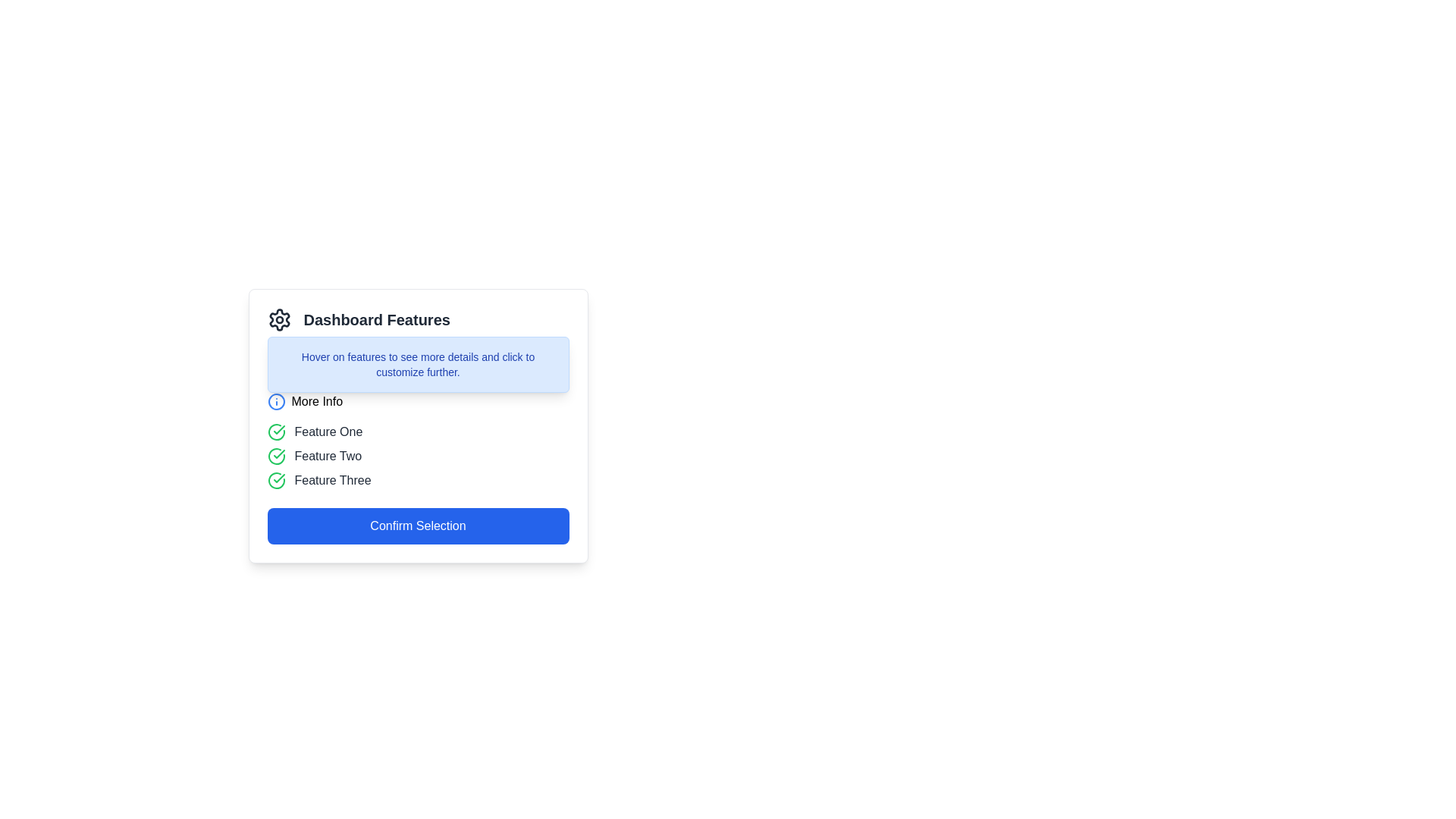 Image resolution: width=1456 pixels, height=819 pixels. I want to click on the circular icon indicating that 'Feature One' is enabled or selected, so click(276, 432).